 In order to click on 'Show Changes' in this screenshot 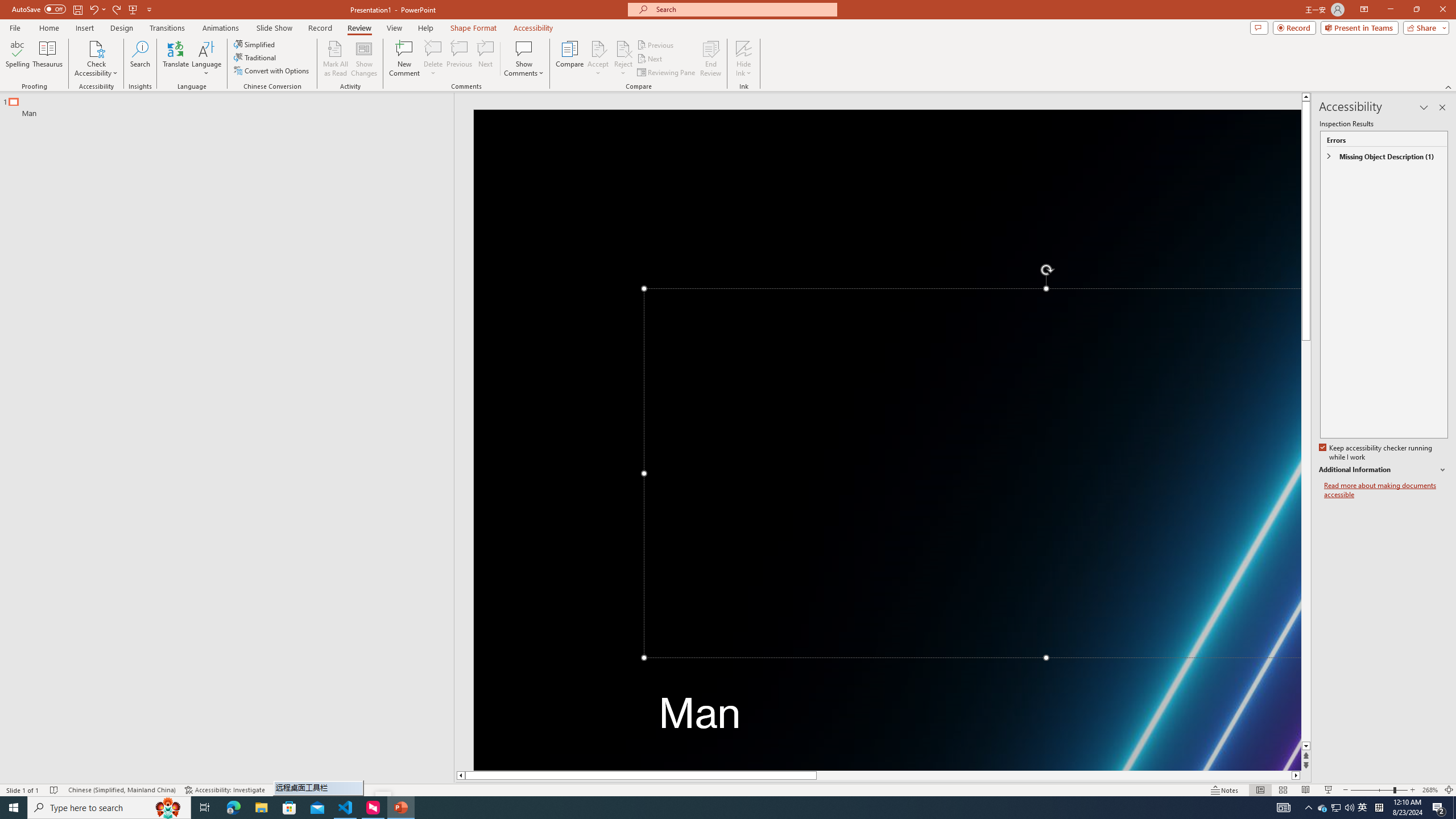, I will do `click(364, 59)`.